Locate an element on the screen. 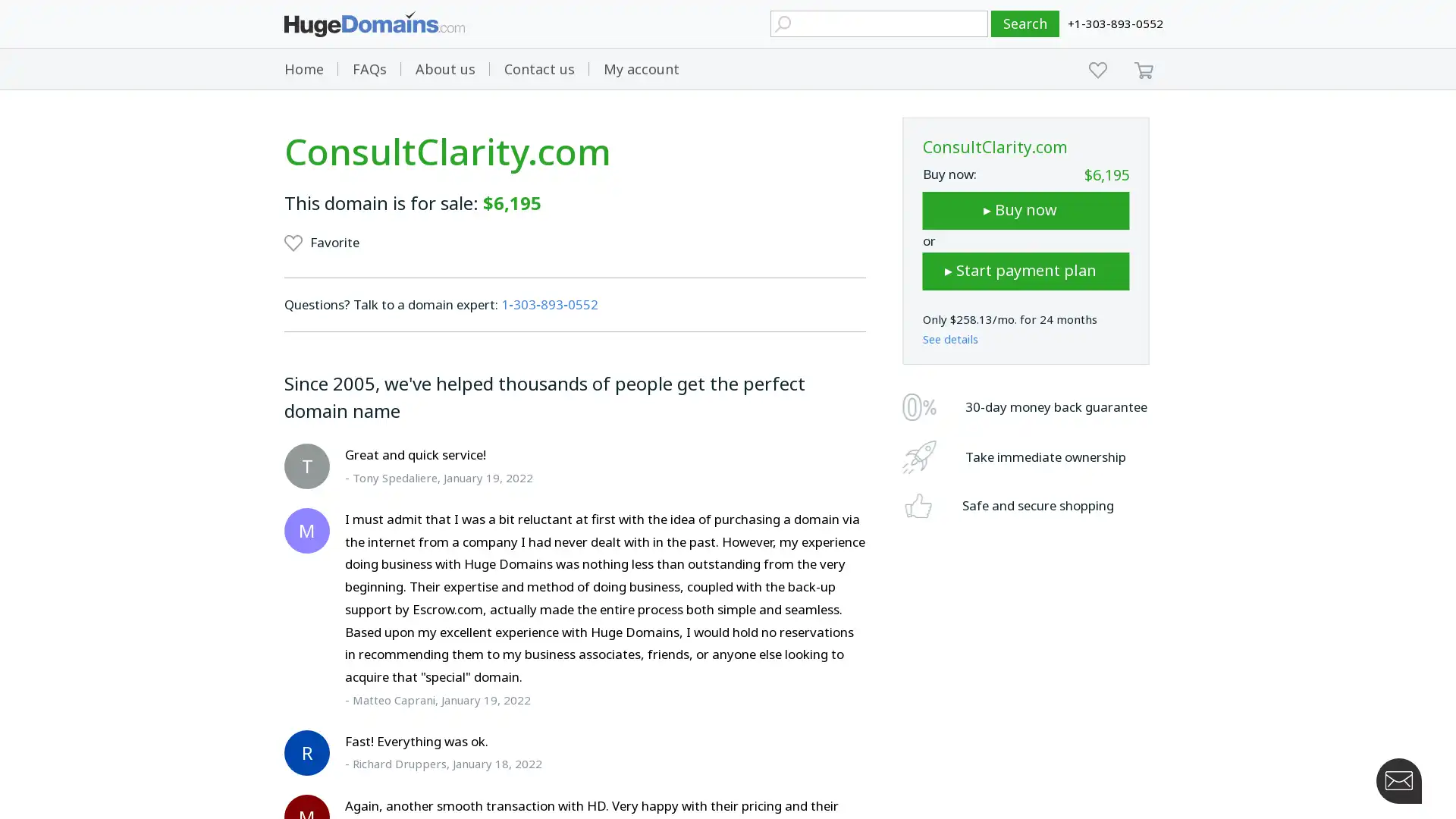 This screenshot has width=1456, height=819. Search is located at coordinates (1025, 24).